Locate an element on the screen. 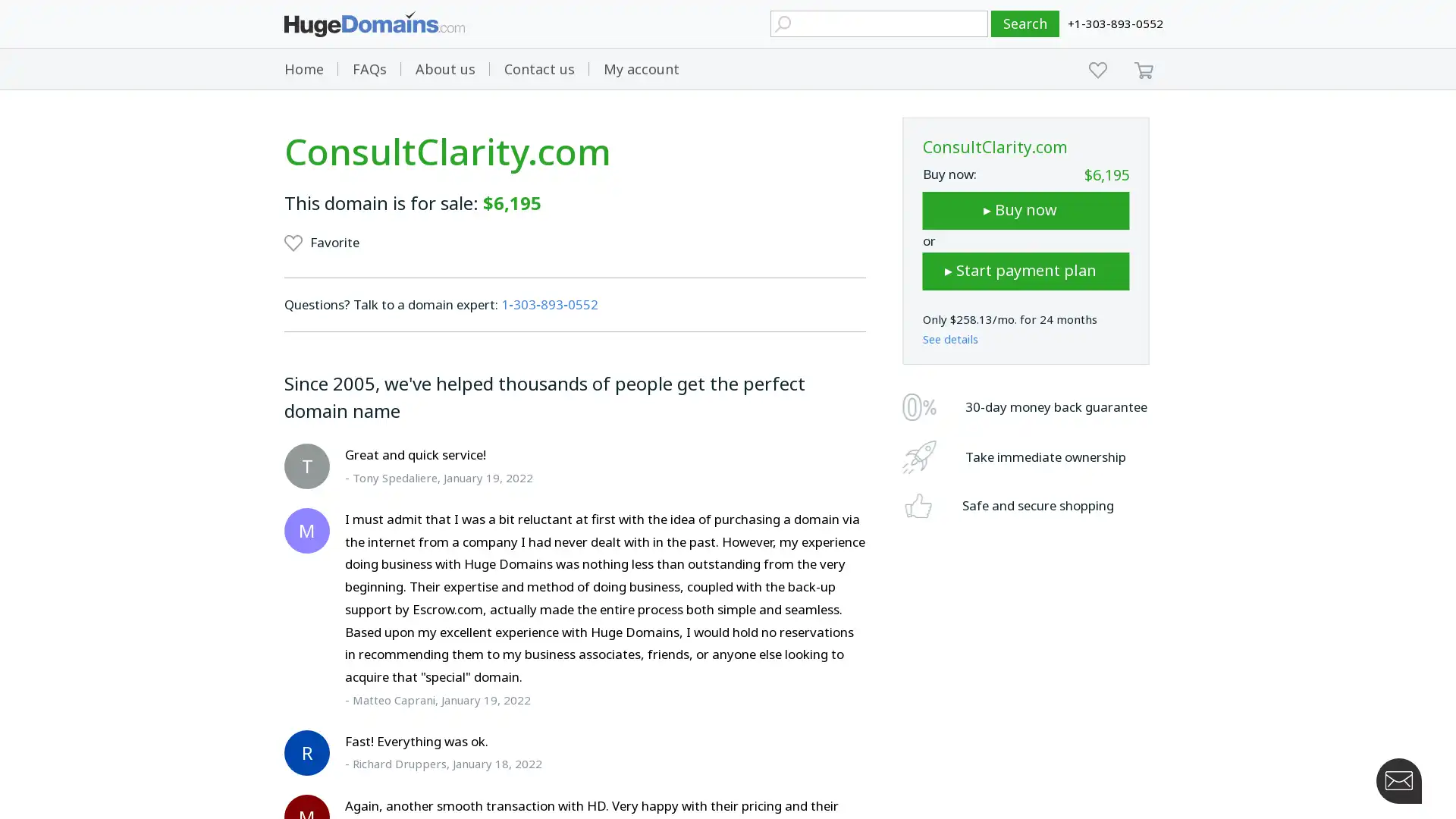 This screenshot has width=1456, height=819. Search is located at coordinates (1025, 24).